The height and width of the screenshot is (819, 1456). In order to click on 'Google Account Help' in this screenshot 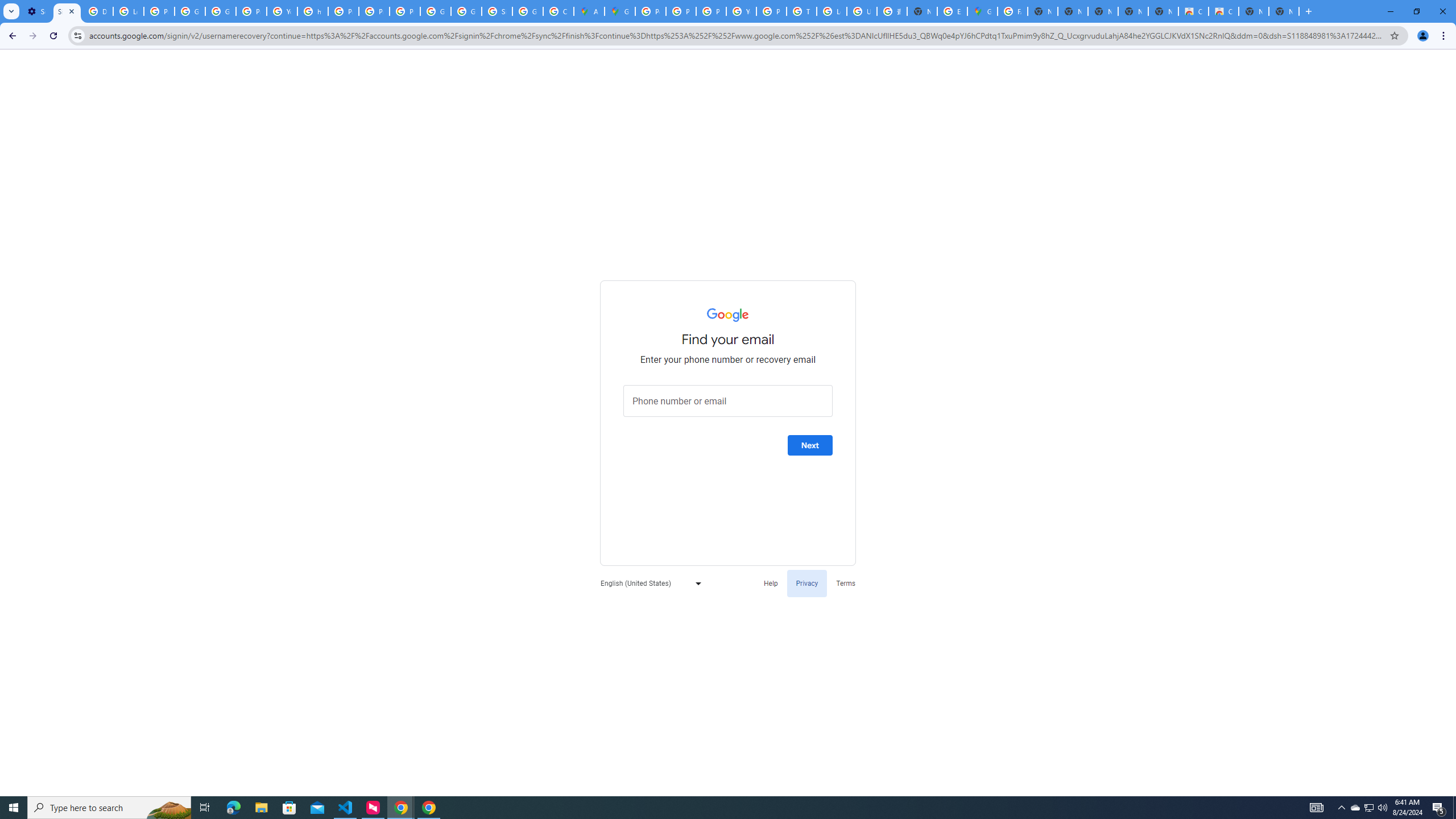, I will do `click(190, 11)`.